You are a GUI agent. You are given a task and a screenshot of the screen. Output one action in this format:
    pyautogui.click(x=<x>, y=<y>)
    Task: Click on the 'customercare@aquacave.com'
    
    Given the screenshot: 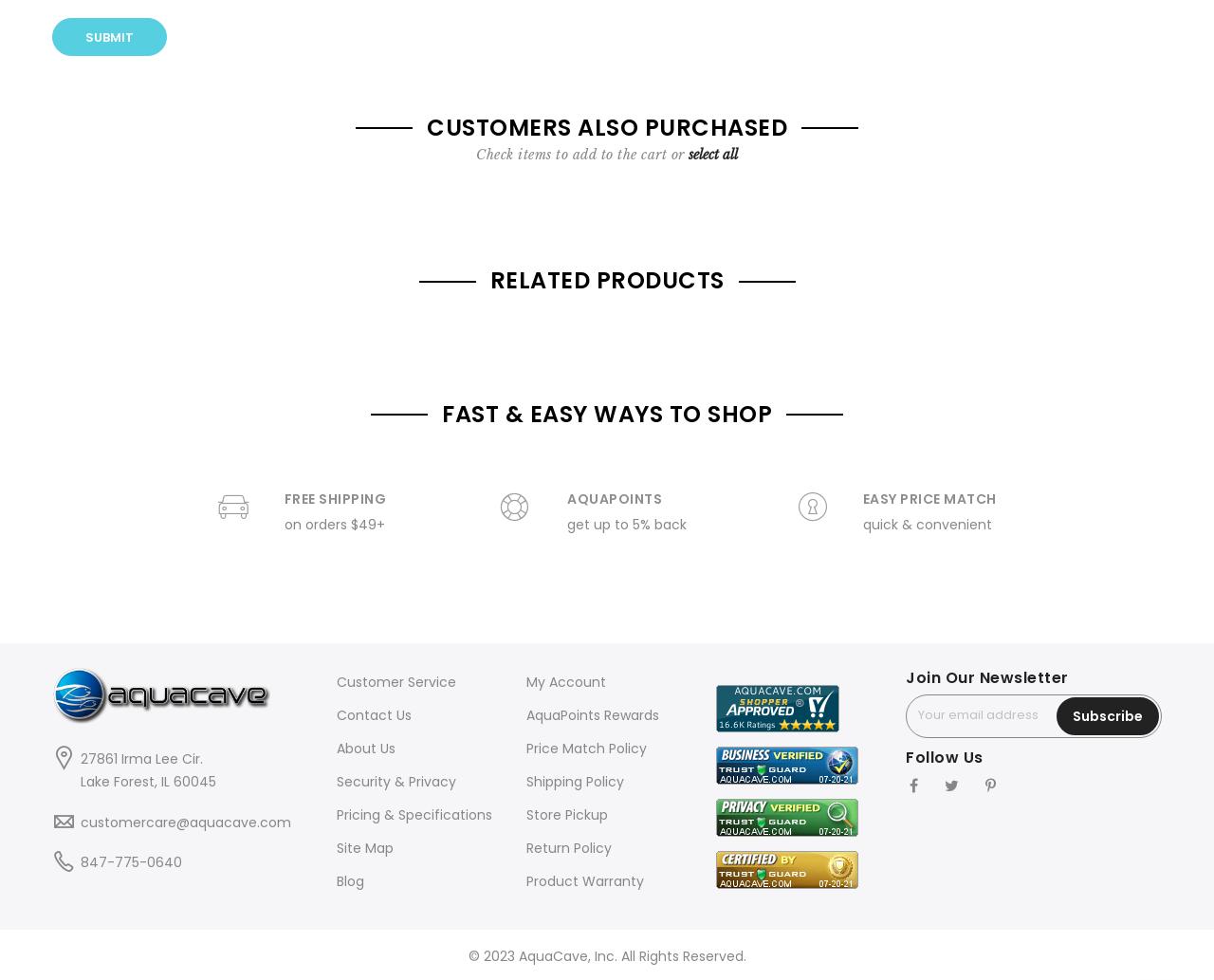 What is the action you would take?
    pyautogui.click(x=185, y=820)
    